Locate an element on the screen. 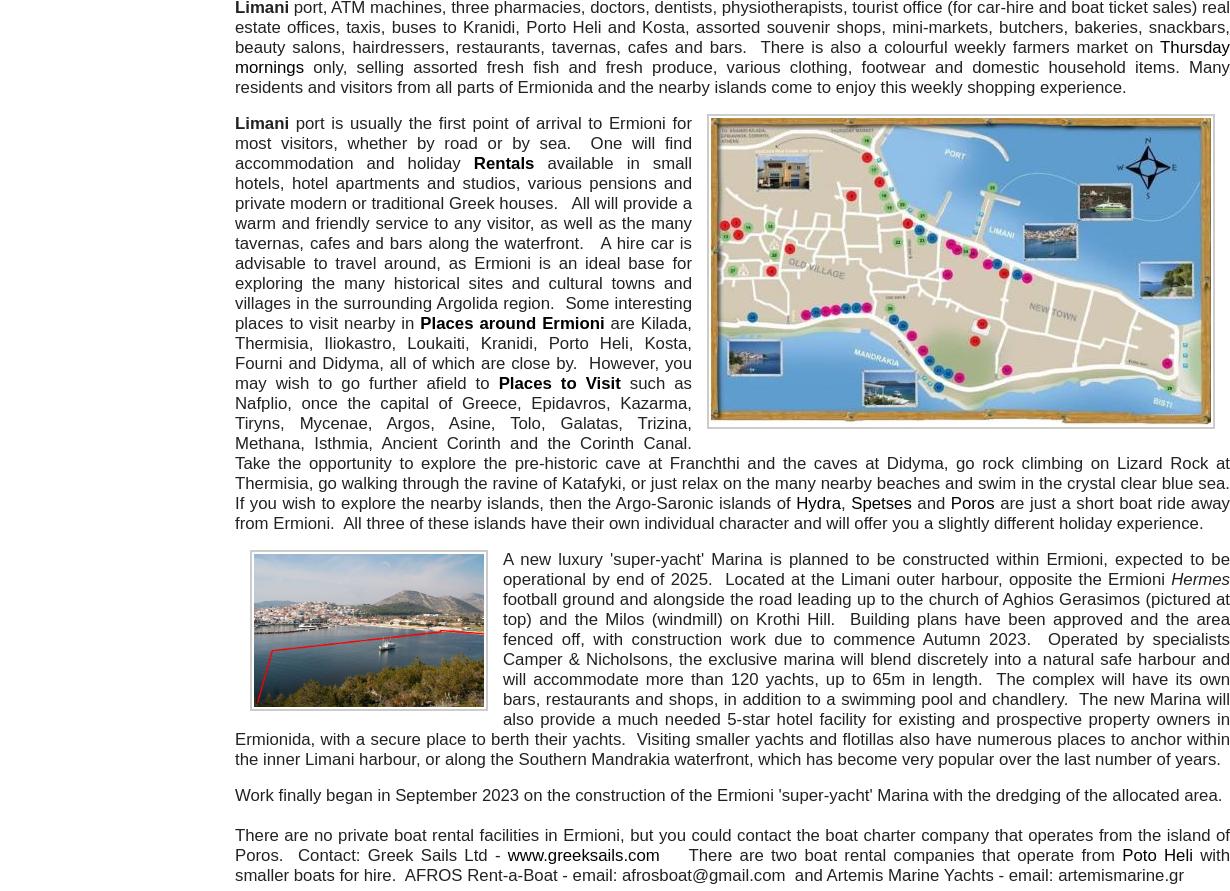 The width and height of the screenshot is (1230, 891). 'only, selling assorted fresh fish and fresh produce, various clothing, footwear and domestic household items. Many residents and visitors from all parts of Ermionida and the nearby islands come to enjoy this weekly shopping experience.' is located at coordinates (732, 77).